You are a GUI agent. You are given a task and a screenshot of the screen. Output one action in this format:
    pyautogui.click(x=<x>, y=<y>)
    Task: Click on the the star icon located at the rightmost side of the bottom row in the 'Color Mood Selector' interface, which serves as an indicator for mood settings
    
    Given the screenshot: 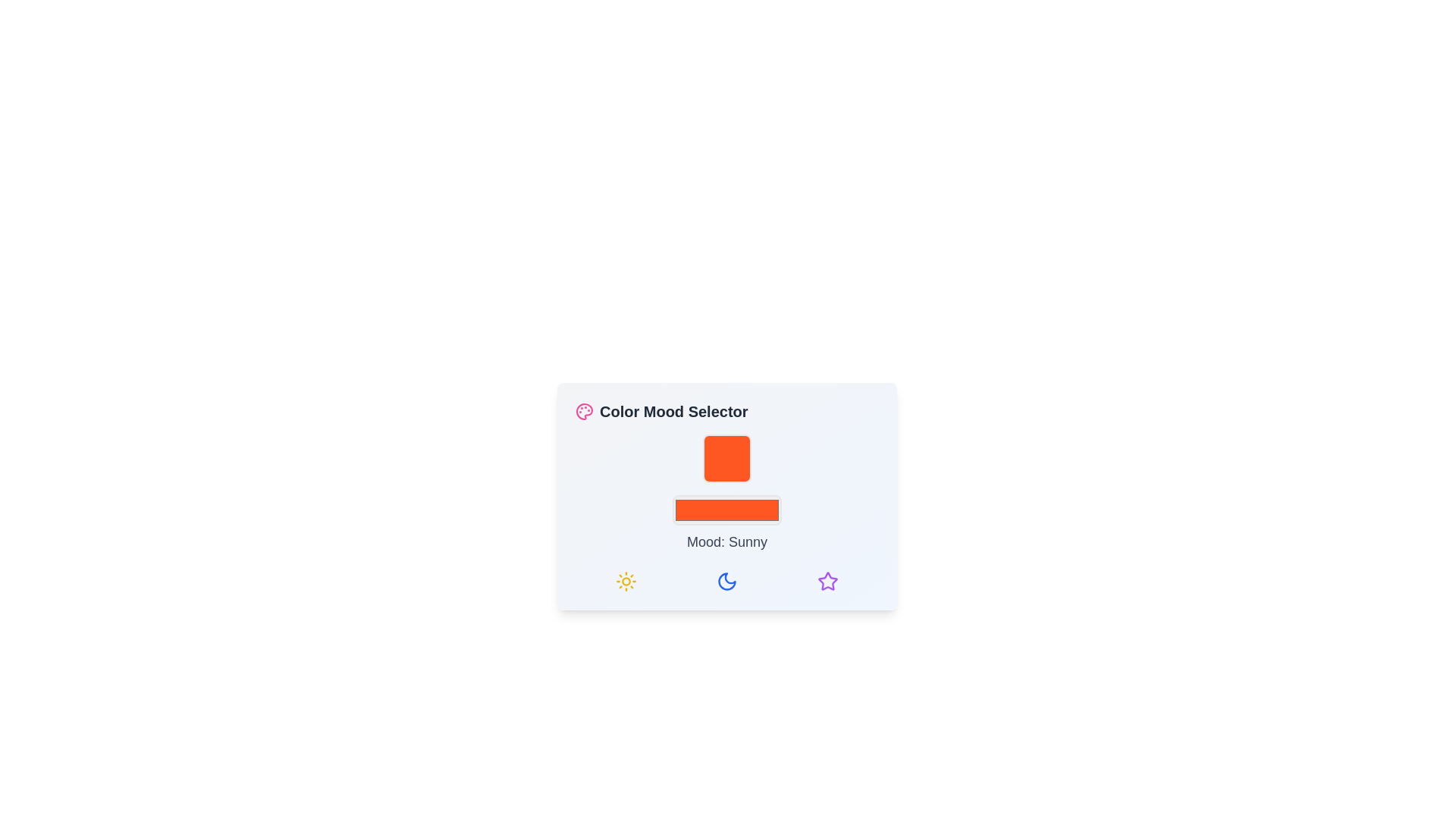 What is the action you would take?
    pyautogui.click(x=827, y=580)
    